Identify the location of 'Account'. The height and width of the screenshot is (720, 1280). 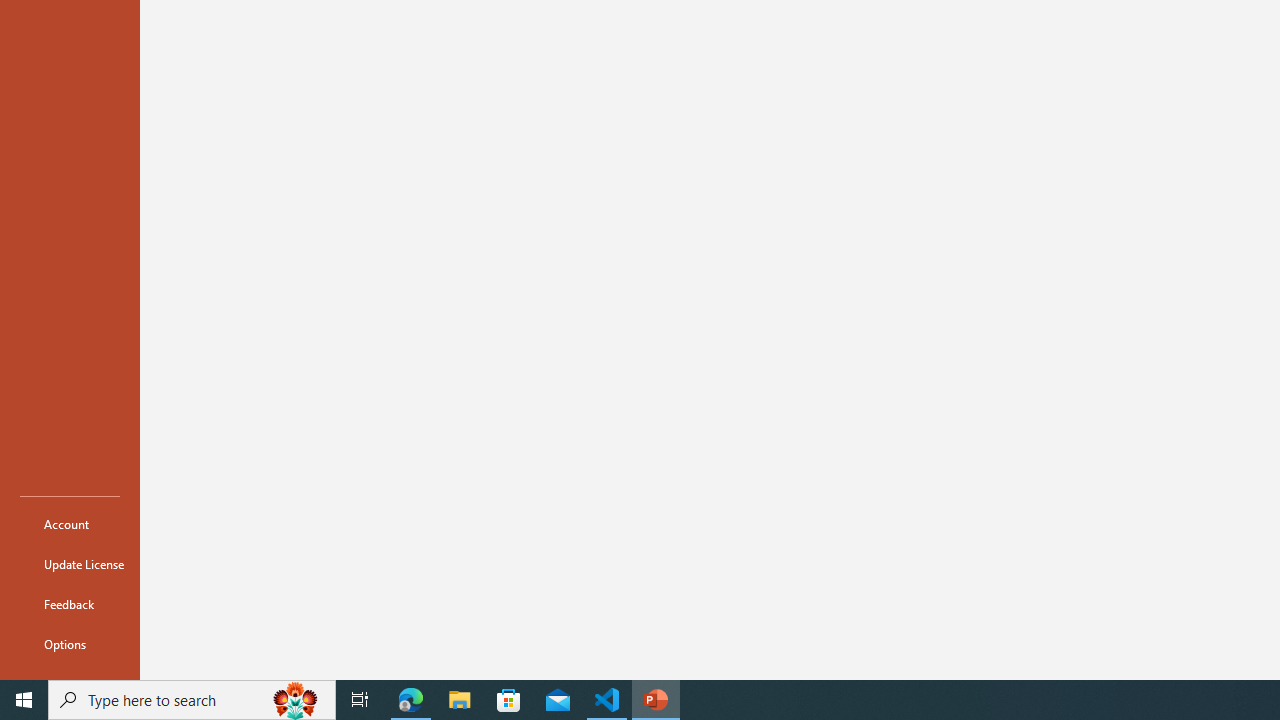
(69, 523).